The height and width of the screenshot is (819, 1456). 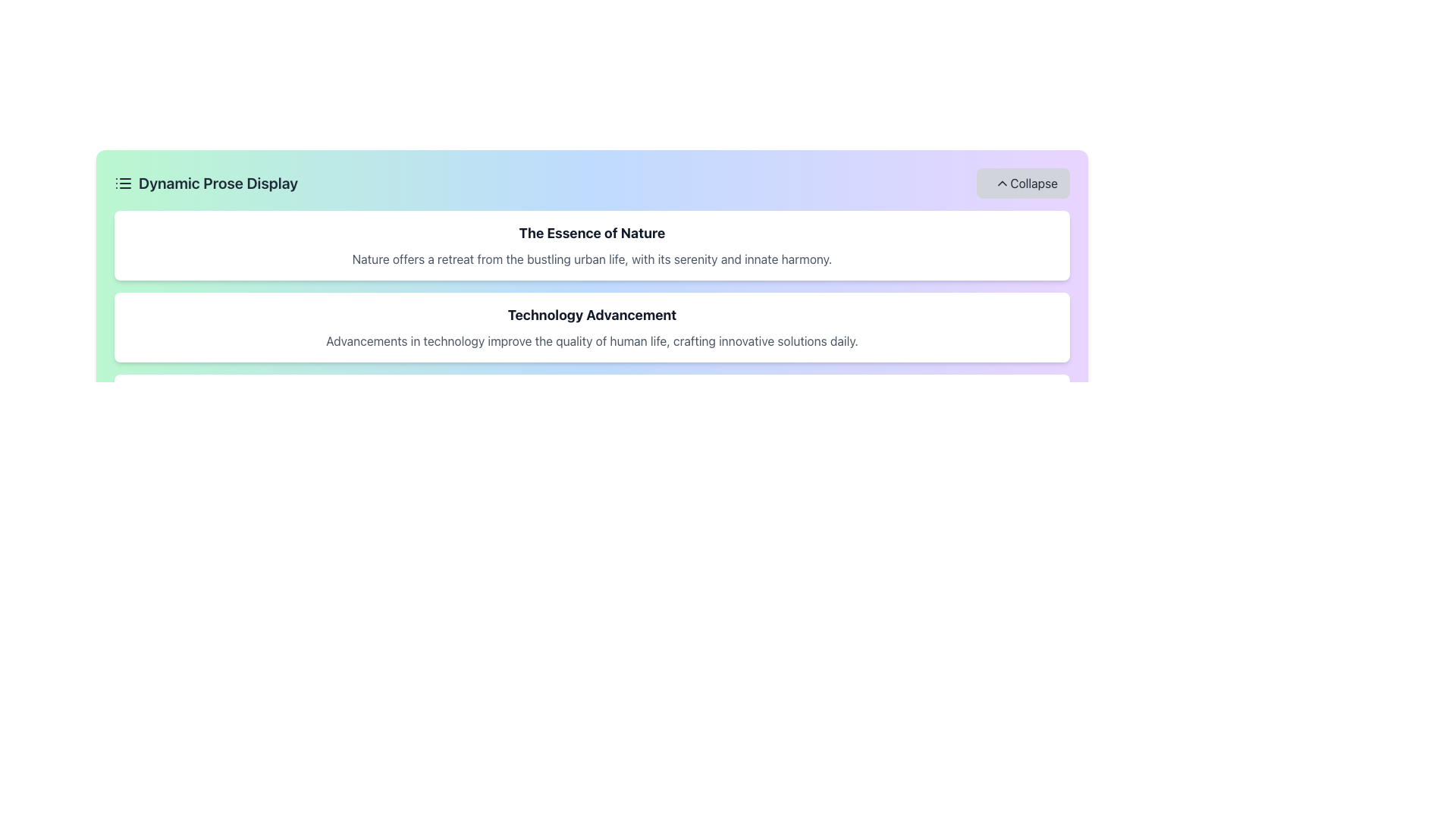 What do you see at coordinates (591, 234) in the screenshot?
I see `text label titled 'The Essence of Nature', which is prominently displayed in bold and large font above a descriptive paragraph` at bounding box center [591, 234].